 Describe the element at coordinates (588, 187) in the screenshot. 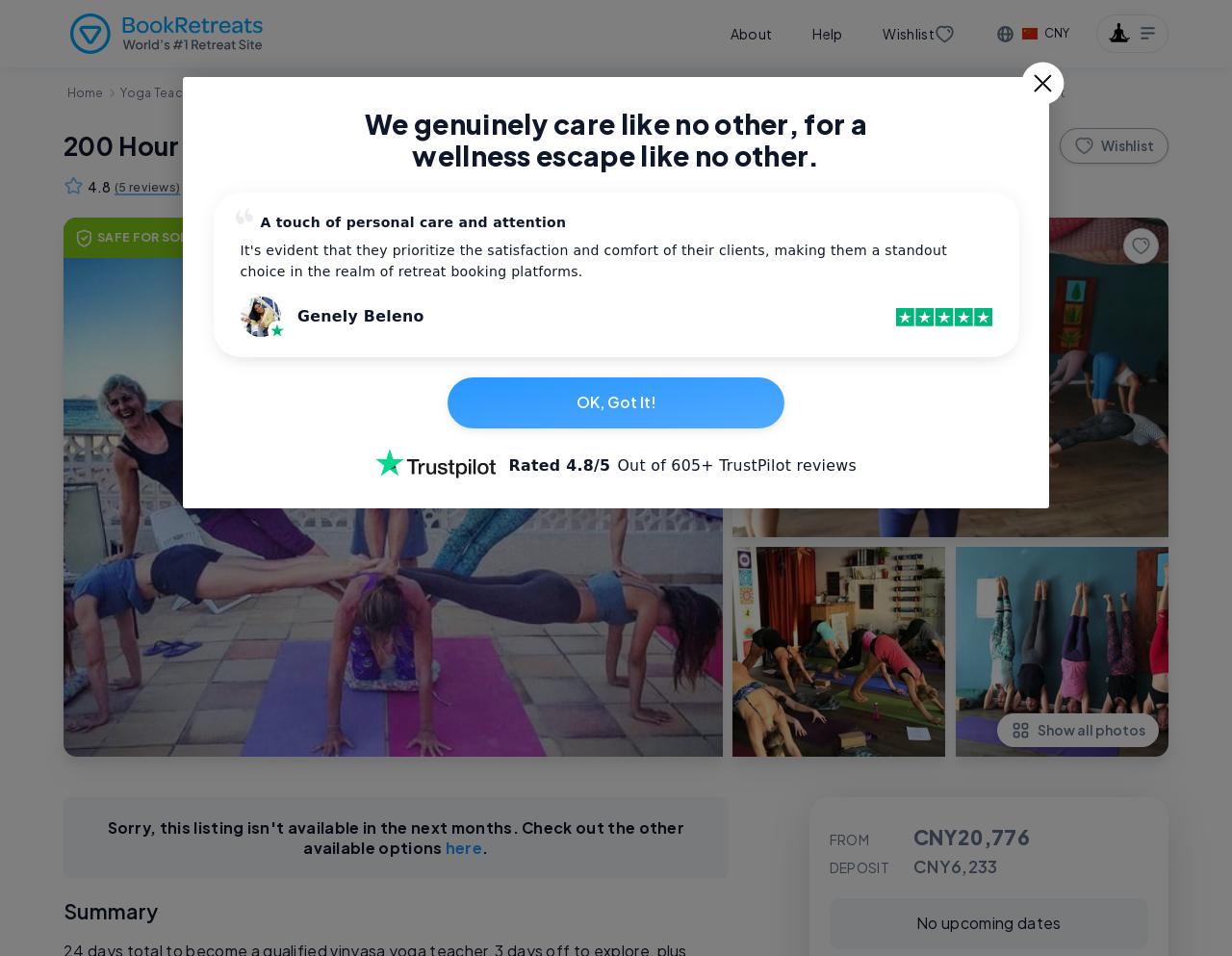

I see `'Best Price Guarantee'` at that location.